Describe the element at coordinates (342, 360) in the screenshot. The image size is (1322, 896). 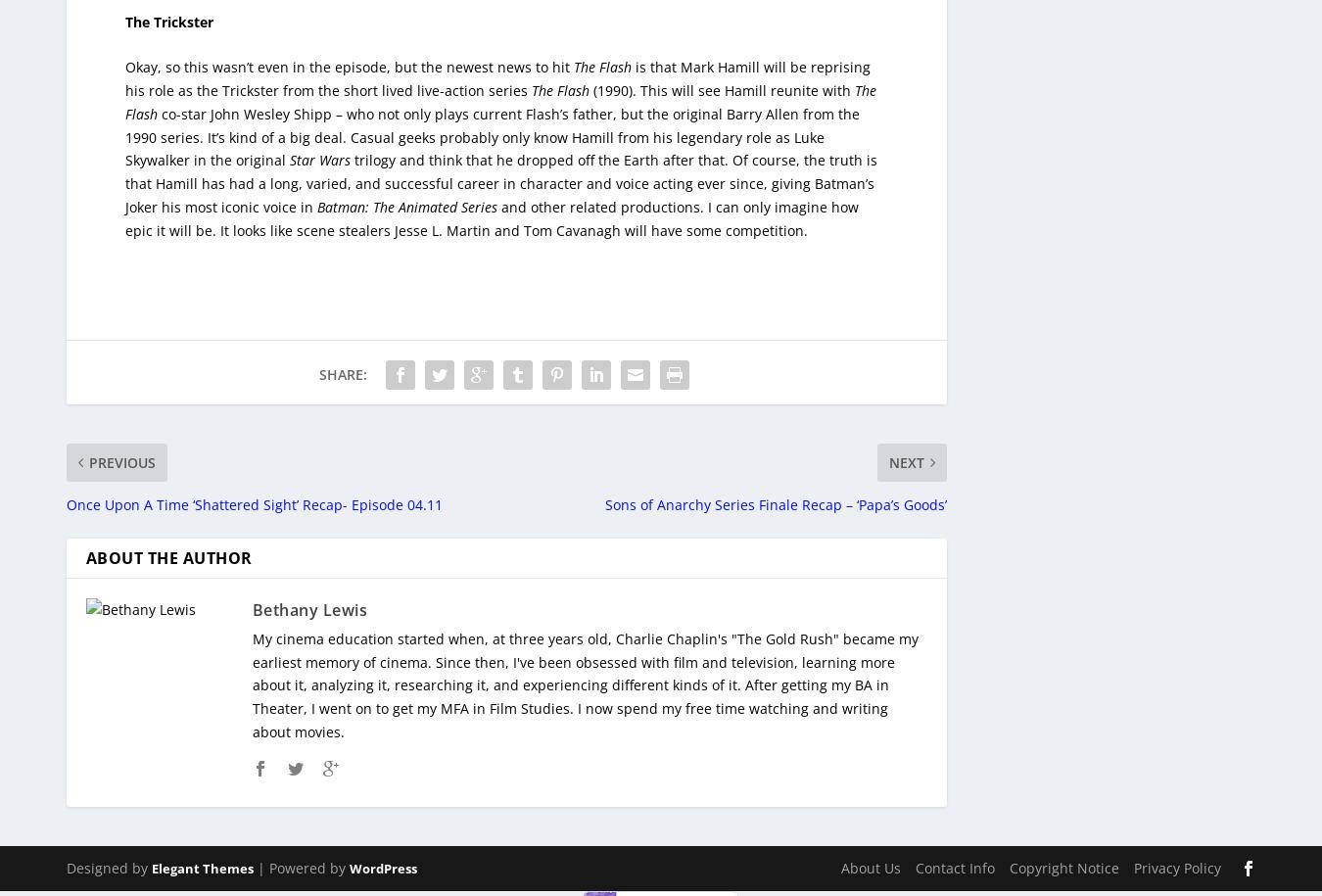
I see `'Share:'` at that location.